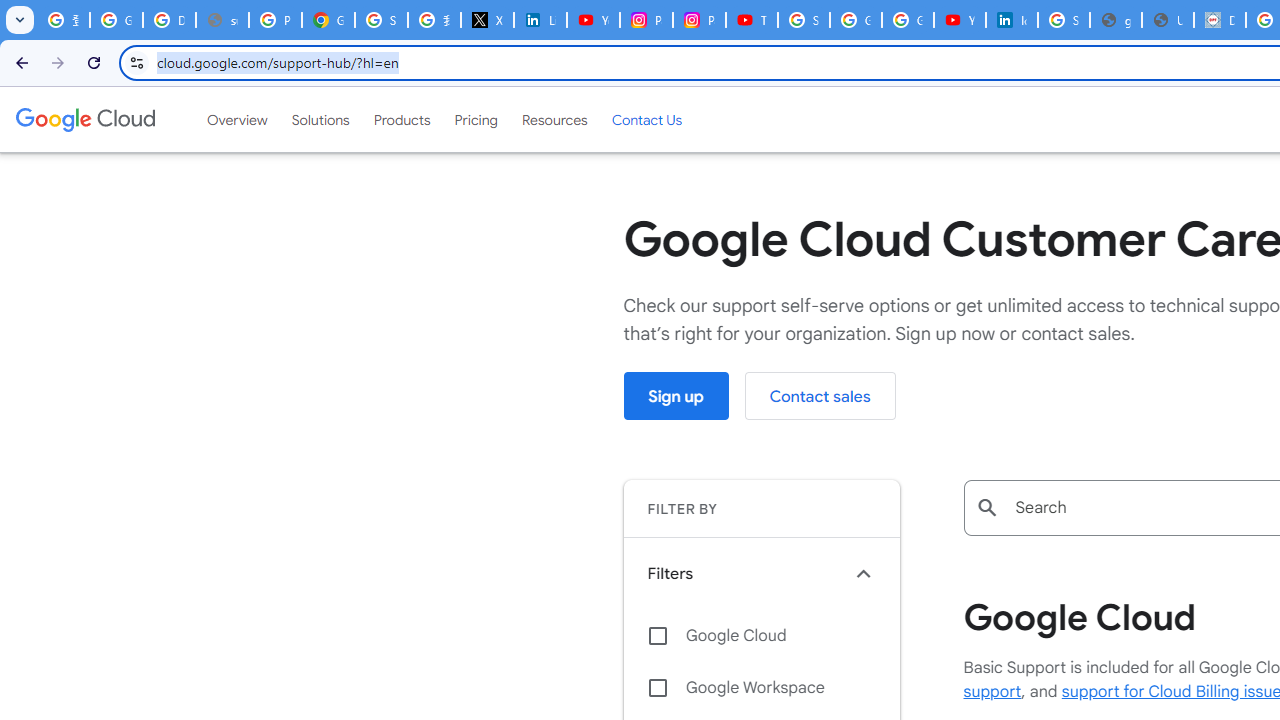 This screenshot has height=720, width=1280. I want to click on 'Resources', so click(554, 119).